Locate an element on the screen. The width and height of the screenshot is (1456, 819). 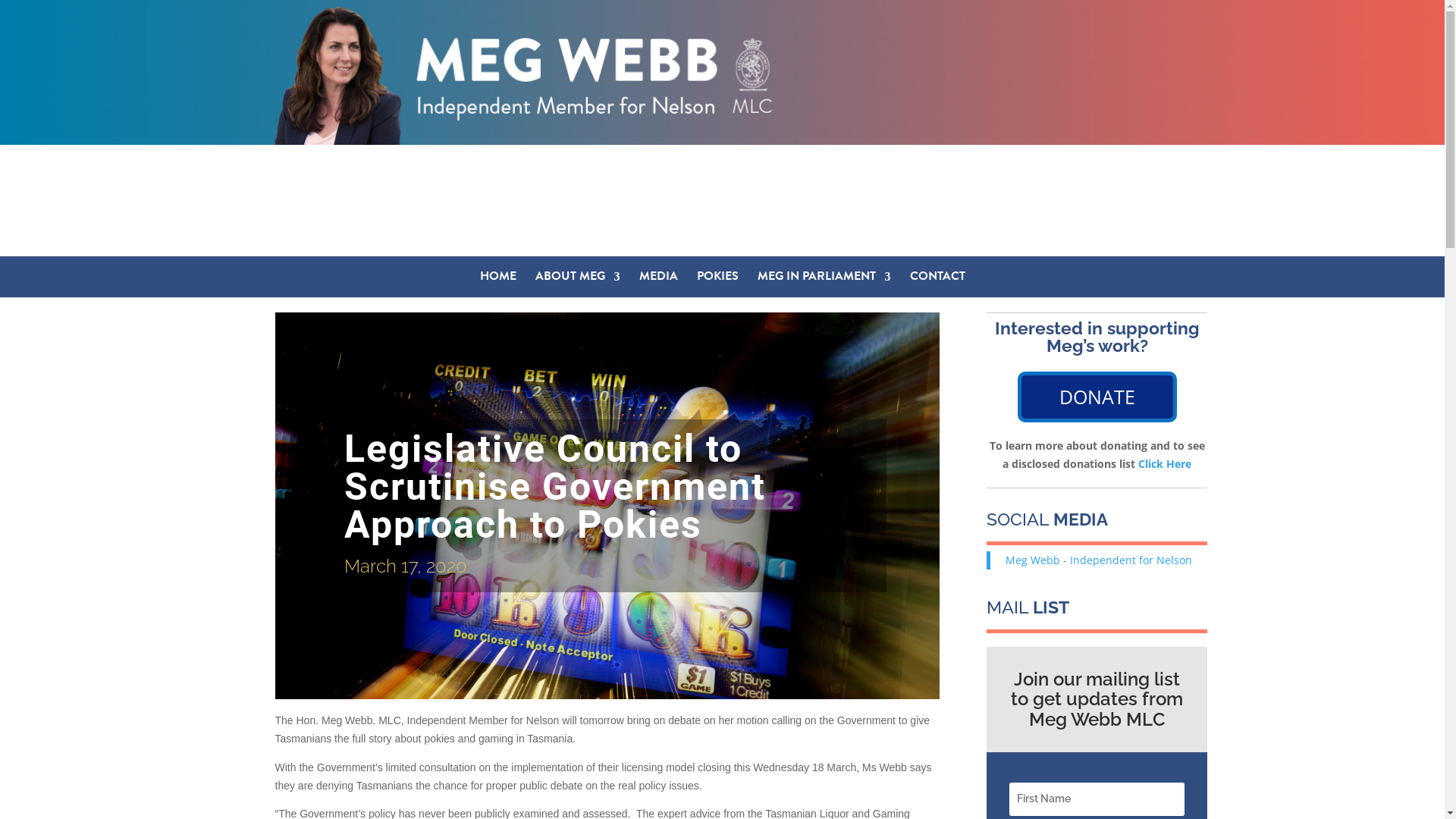
'Meg Webb - Independent for Nelson' is located at coordinates (1099, 560).